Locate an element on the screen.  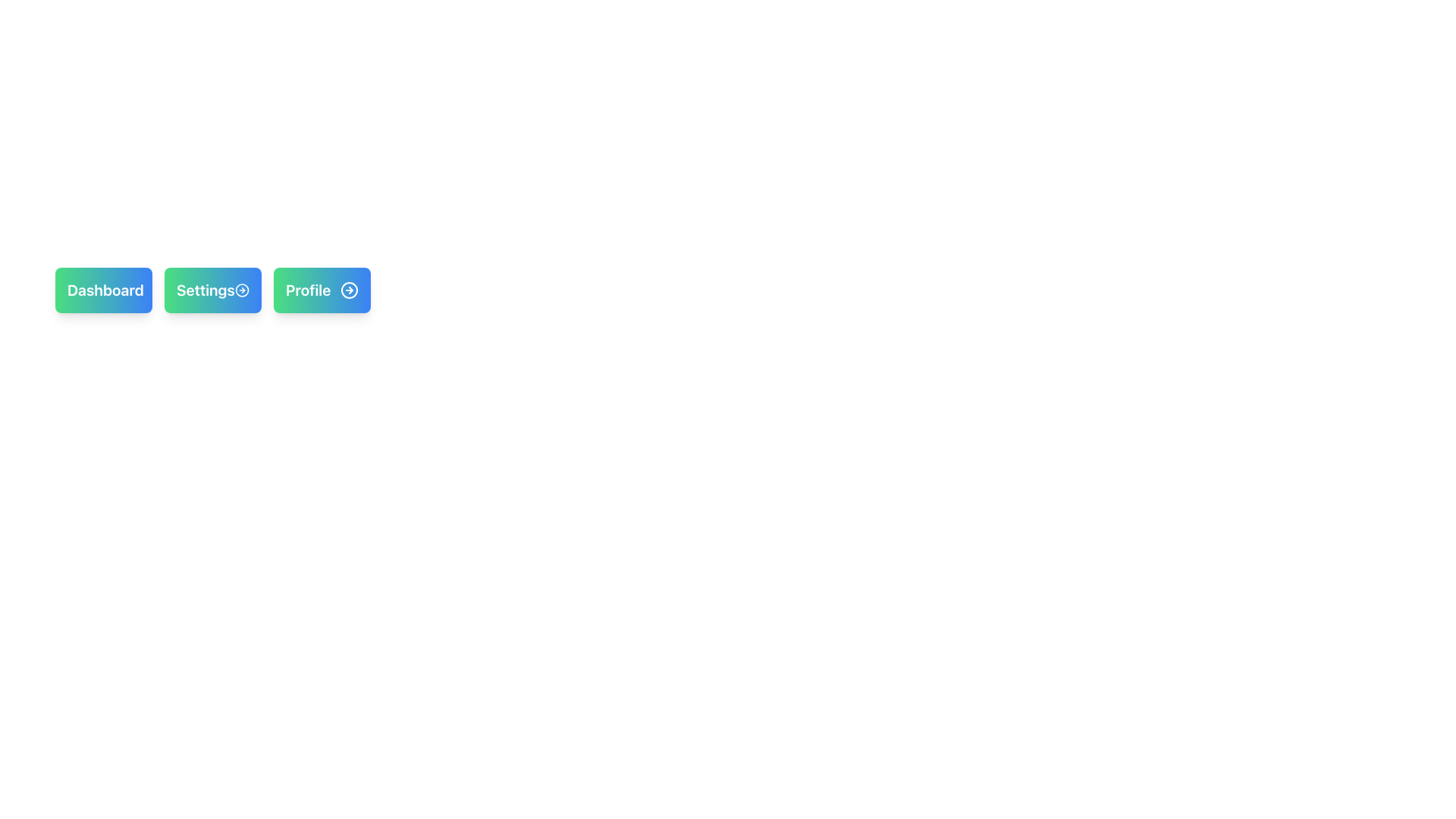
the 'Profile' button, which is the last item in a three-item grid layout, positioned to the far right after 'Dashboard' and 'Settings' is located at coordinates (322, 290).